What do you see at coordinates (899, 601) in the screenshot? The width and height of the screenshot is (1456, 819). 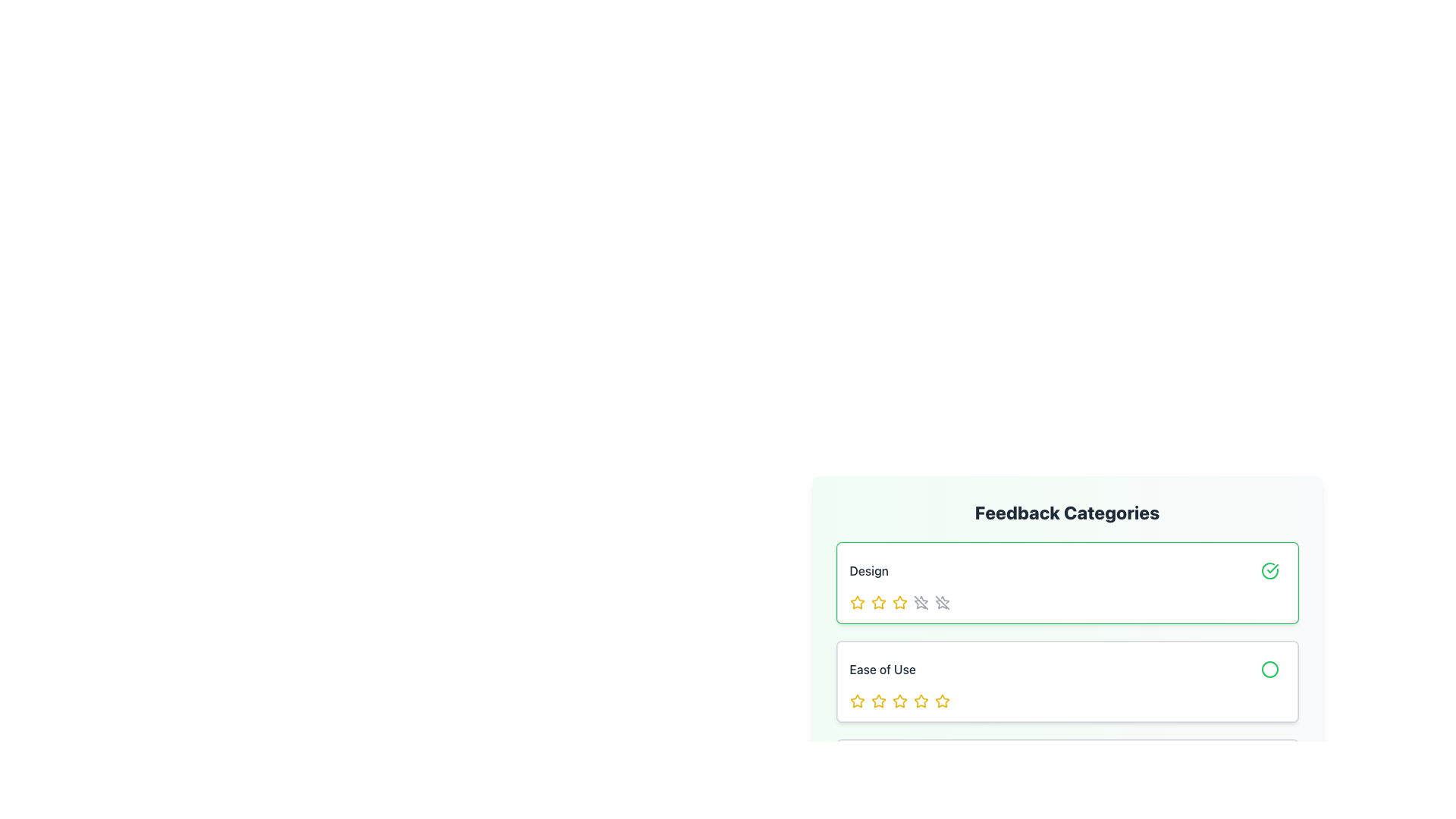 I see `within the third star icon of the rating system located in the 'Design' rating section` at bounding box center [899, 601].